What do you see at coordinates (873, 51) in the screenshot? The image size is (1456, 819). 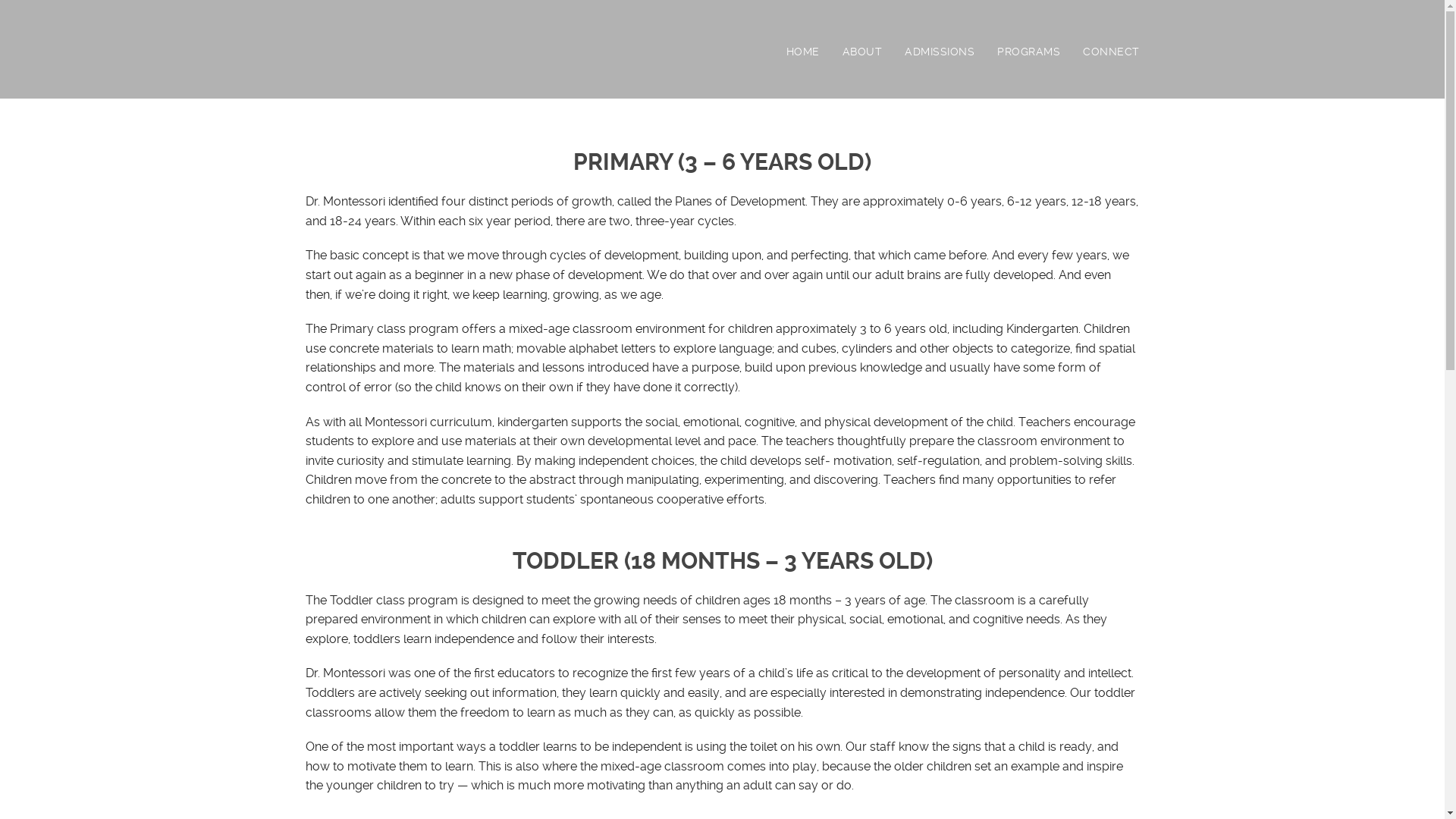 I see `'ABOUT'` at bounding box center [873, 51].